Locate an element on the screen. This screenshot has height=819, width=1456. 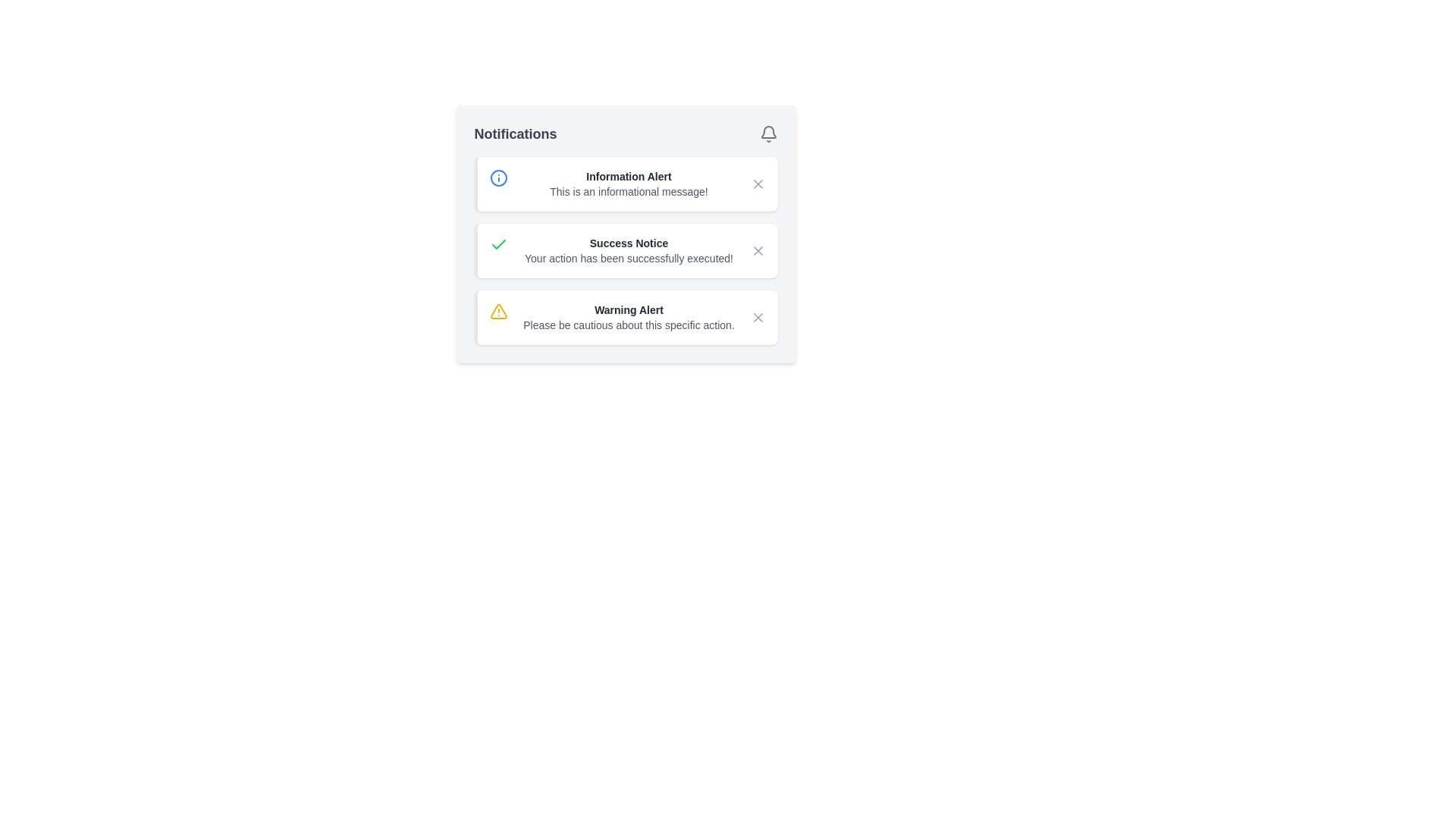
the Text Label that serves as the title for the 'Warning Alert' notification, which is located at the top of the notification box is located at coordinates (629, 309).